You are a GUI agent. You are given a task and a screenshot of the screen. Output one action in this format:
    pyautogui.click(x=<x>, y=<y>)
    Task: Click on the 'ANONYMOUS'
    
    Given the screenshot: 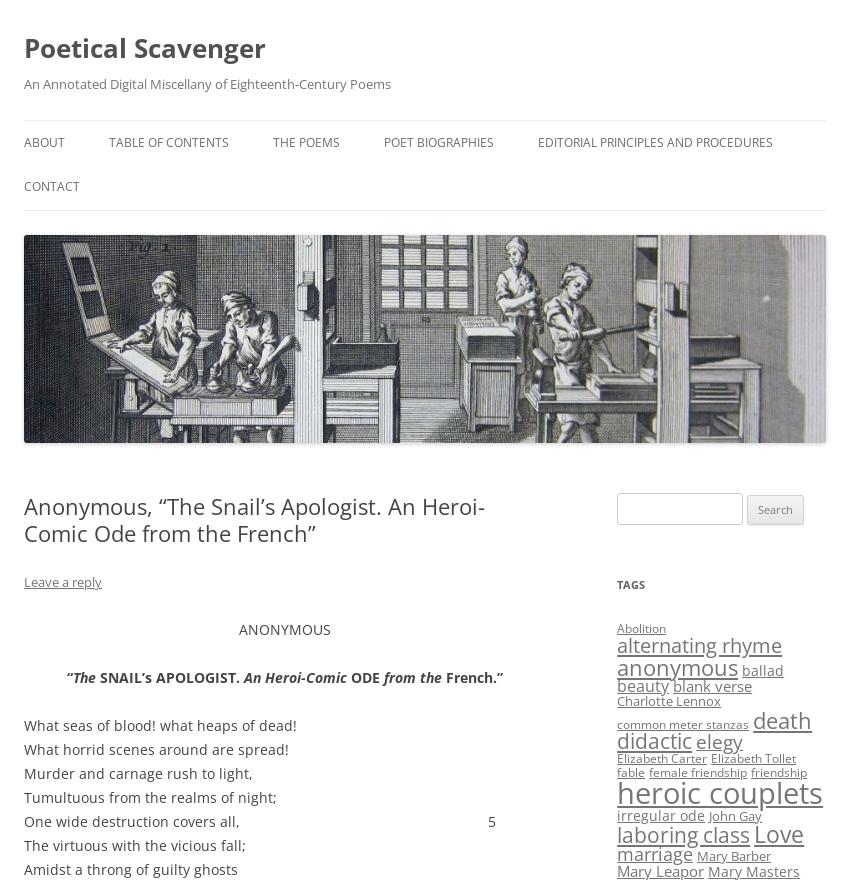 What is the action you would take?
    pyautogui.click(x=284, y=629)
    